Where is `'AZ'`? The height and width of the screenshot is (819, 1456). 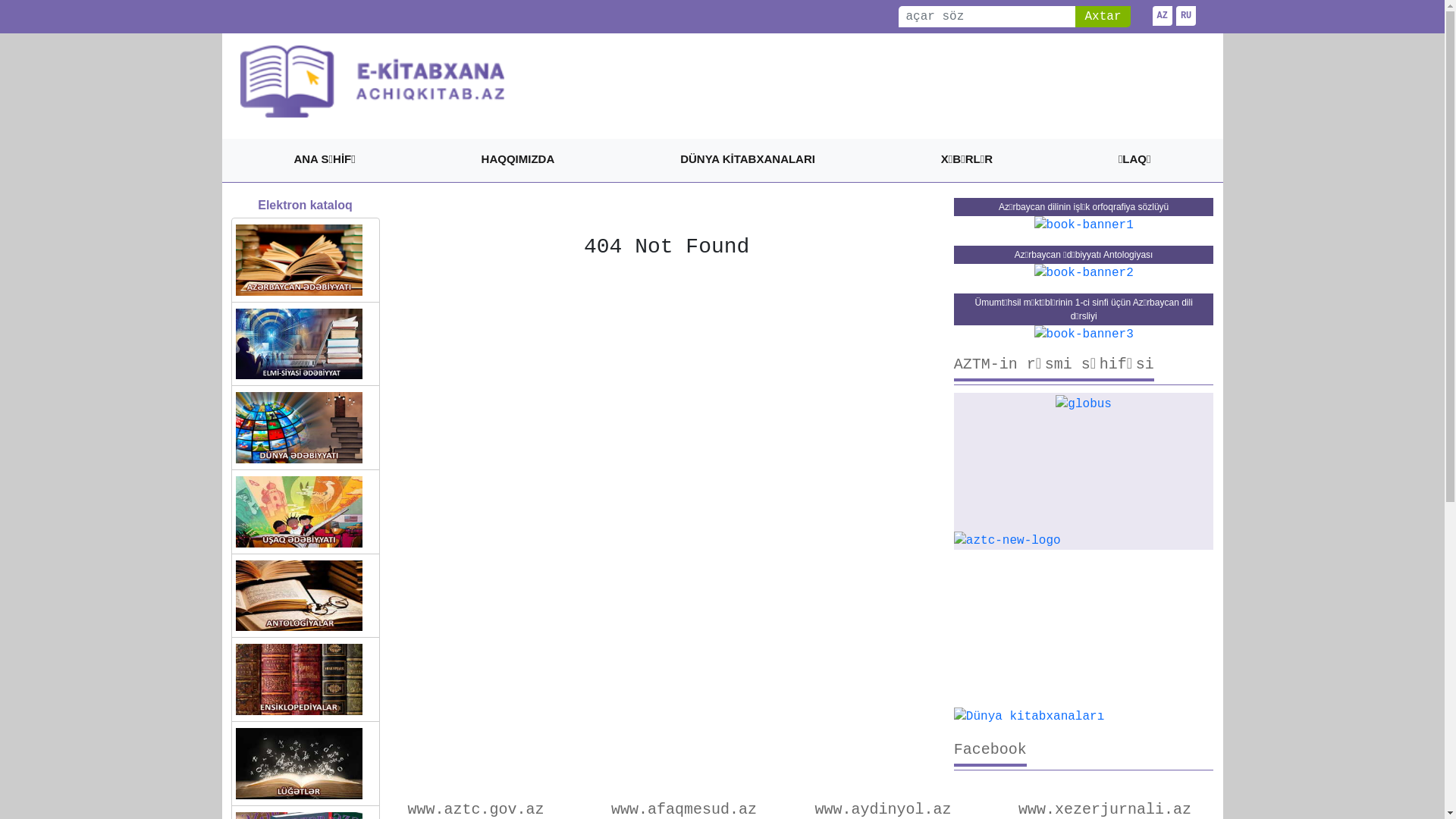 'AZ' is located at coordinates (1153, 15).